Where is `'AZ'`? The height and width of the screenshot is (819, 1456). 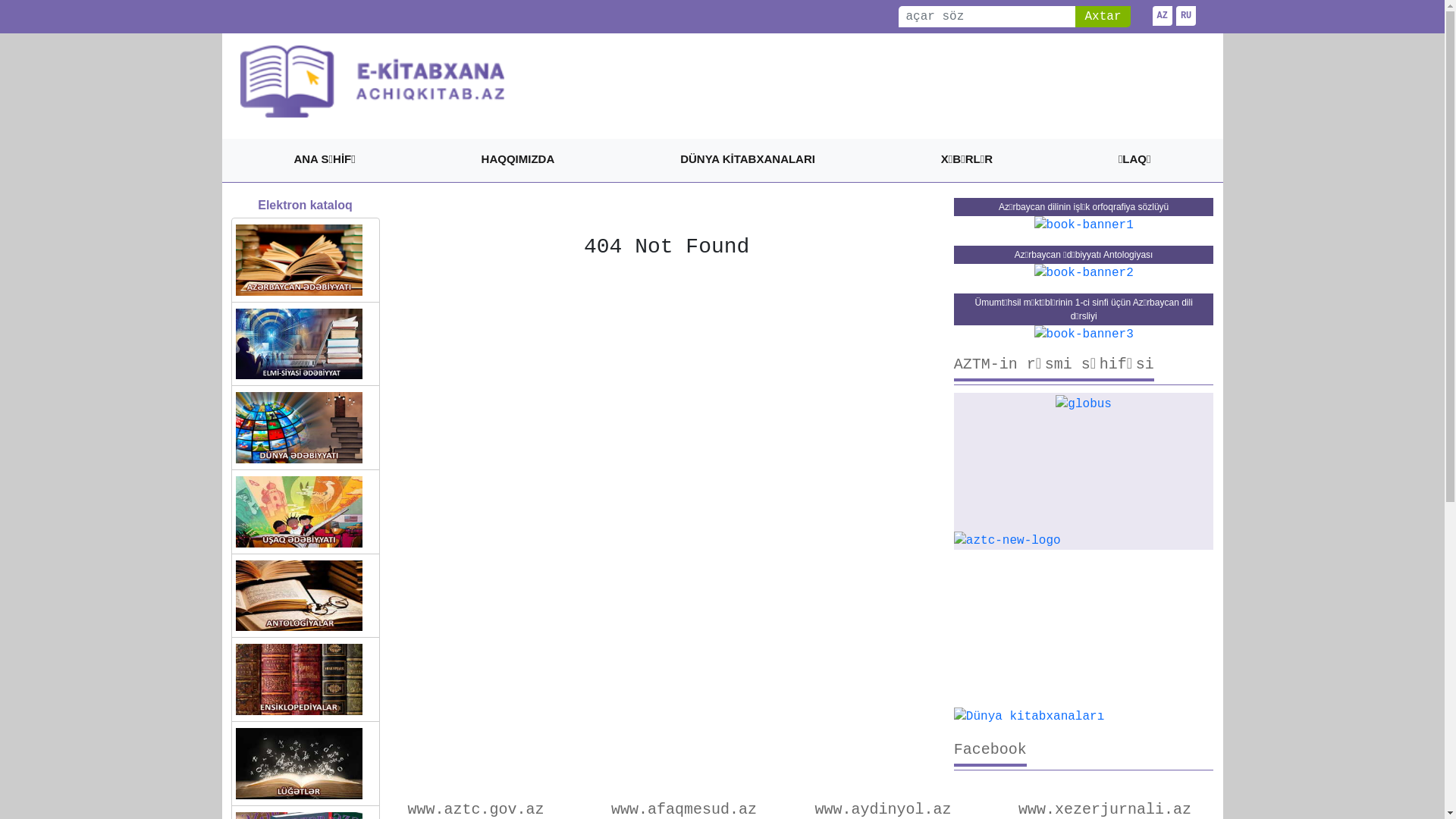 'AZ' is located at coordinates (1153, 15).